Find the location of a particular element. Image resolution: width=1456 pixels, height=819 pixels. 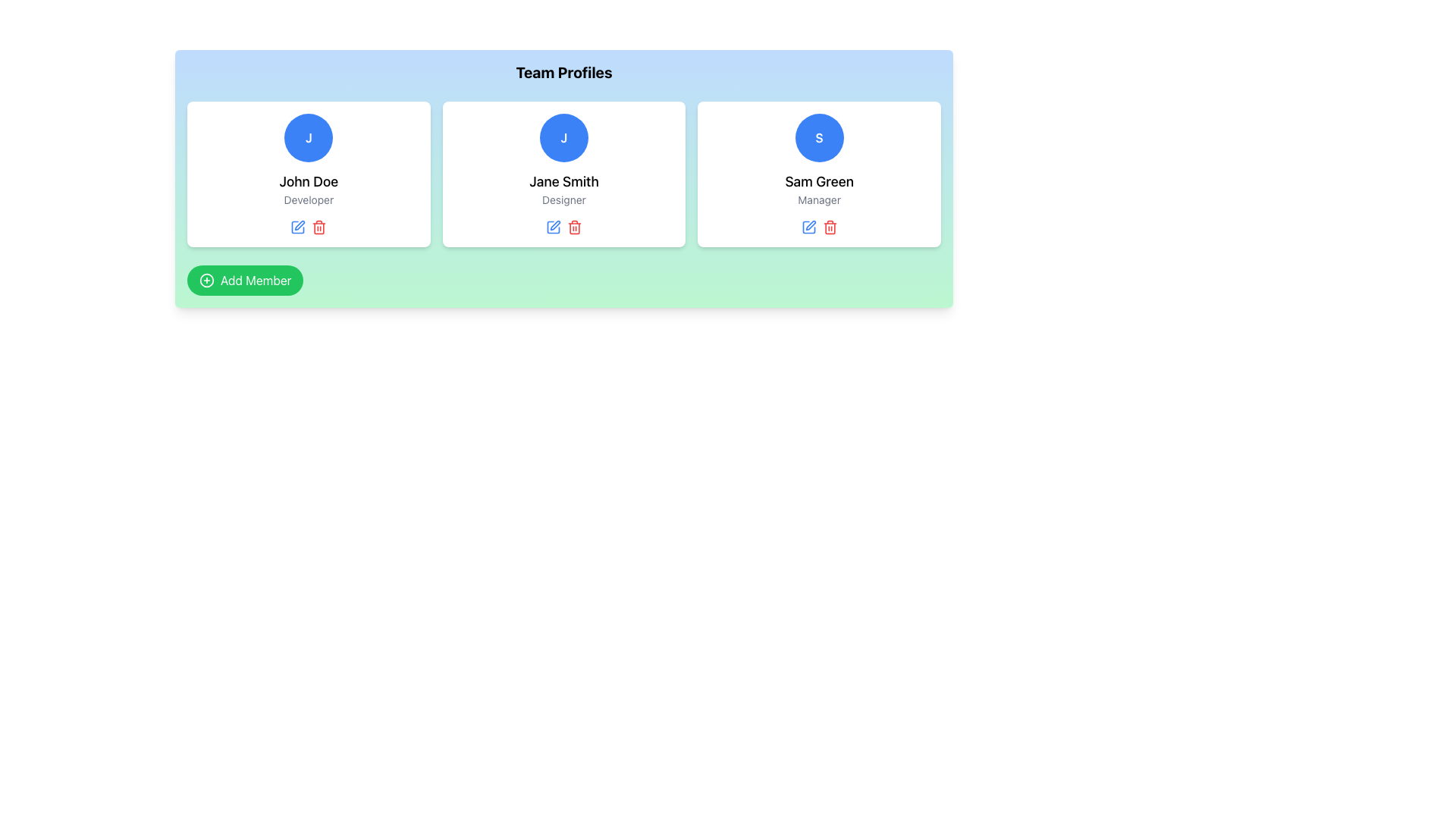

the icon-based button to change the icon's color for editing 'Jane Smith's profile, located in the second card under 'Team Profiles' is located at coordinates (552, 227).